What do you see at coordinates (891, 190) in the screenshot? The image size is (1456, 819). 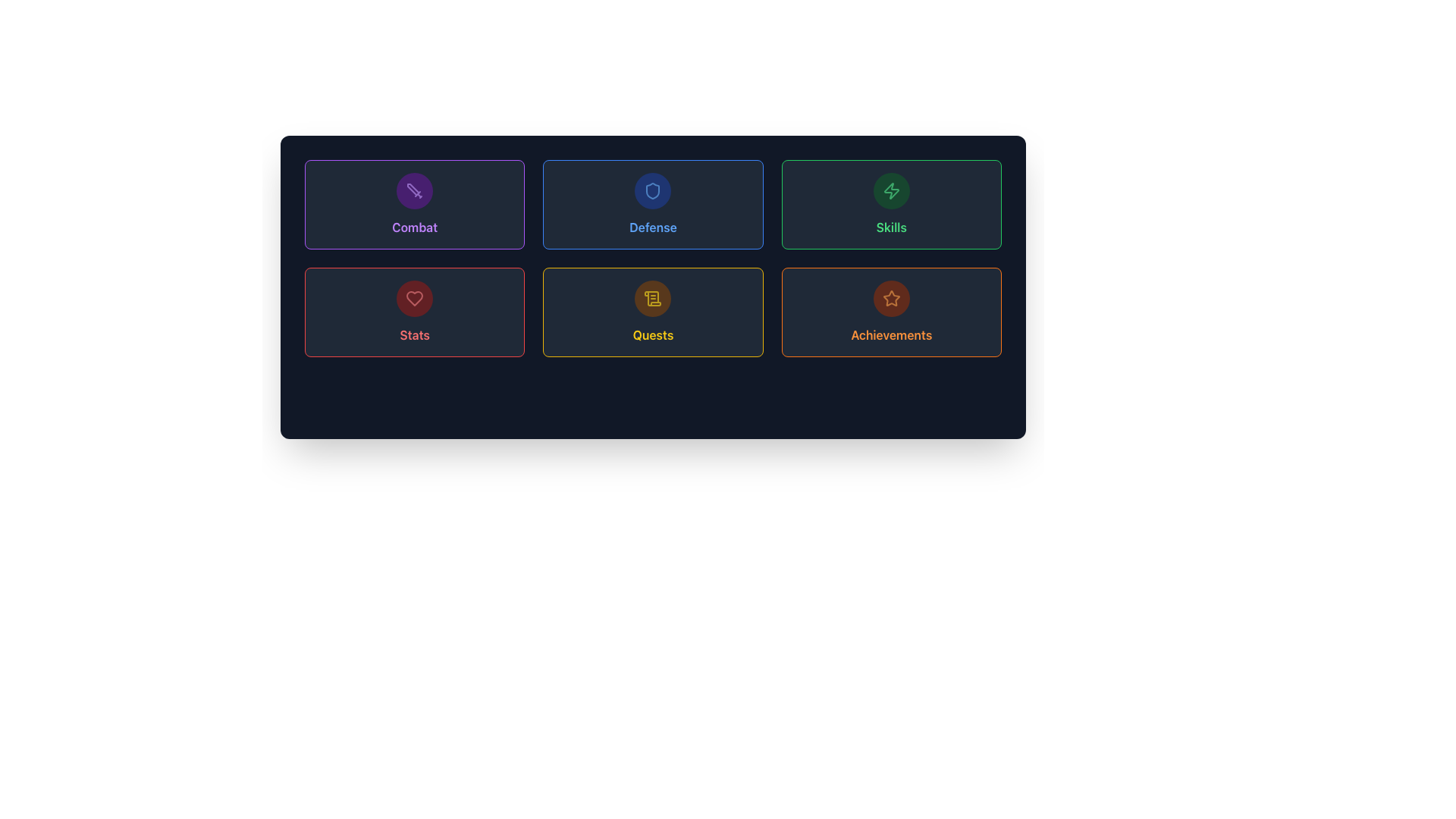 I see `the energy or power-related icon in the 'Skills' section` at bounding box center [891, 190].